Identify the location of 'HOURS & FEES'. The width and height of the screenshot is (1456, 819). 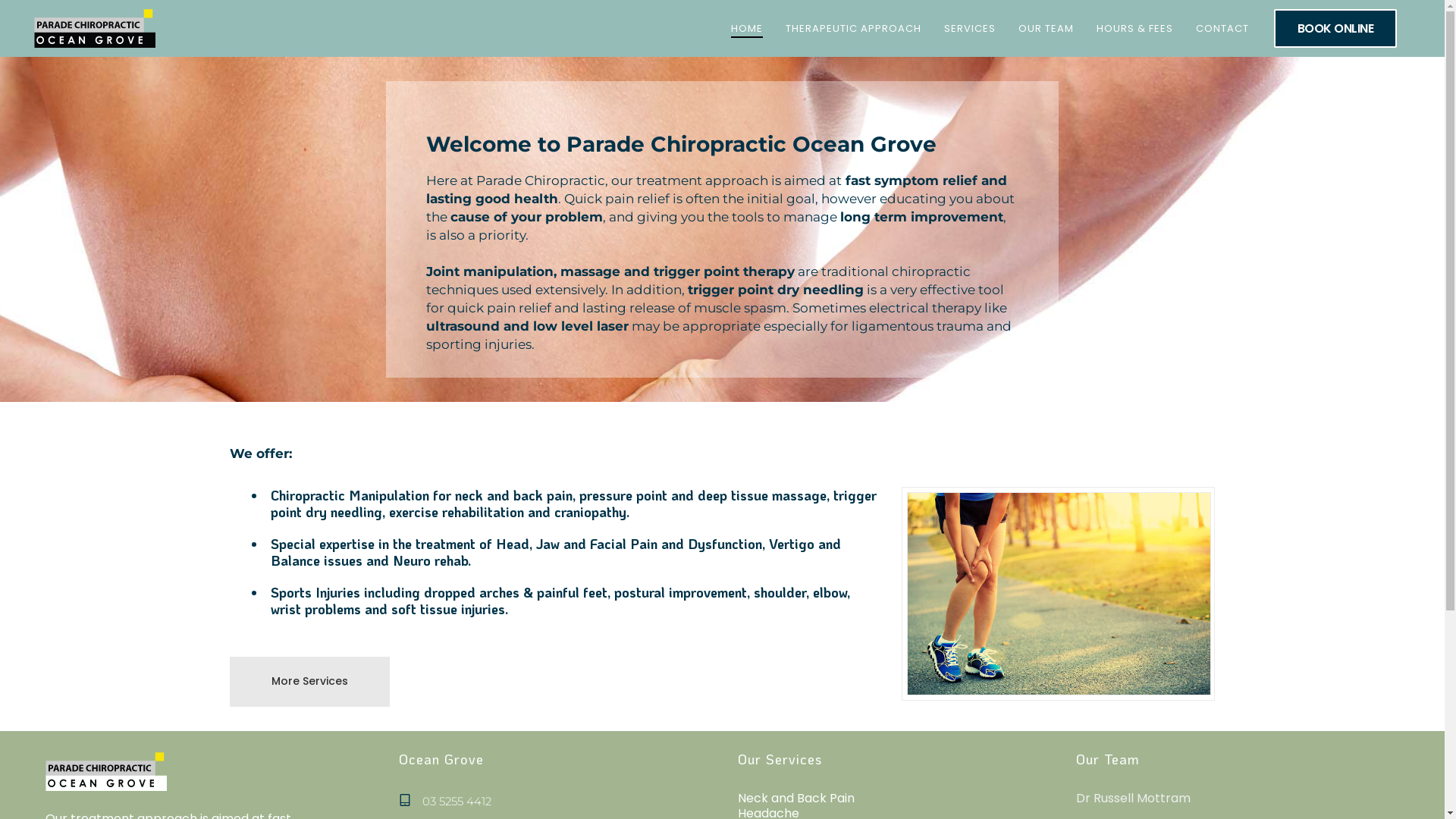
(1134, 28).